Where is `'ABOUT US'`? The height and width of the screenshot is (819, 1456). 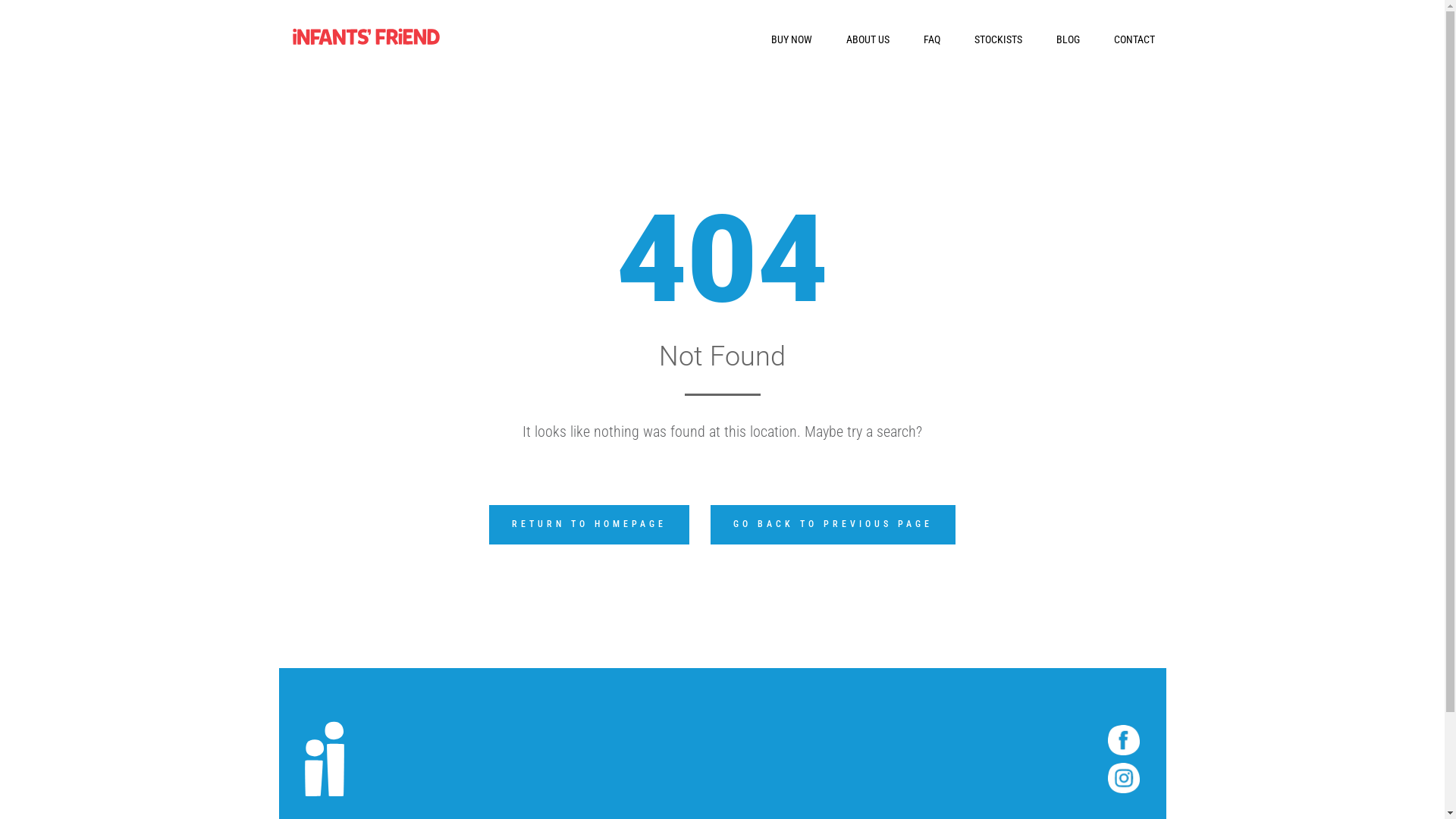
'ABOUT US' is located at coordinates (868, 38).